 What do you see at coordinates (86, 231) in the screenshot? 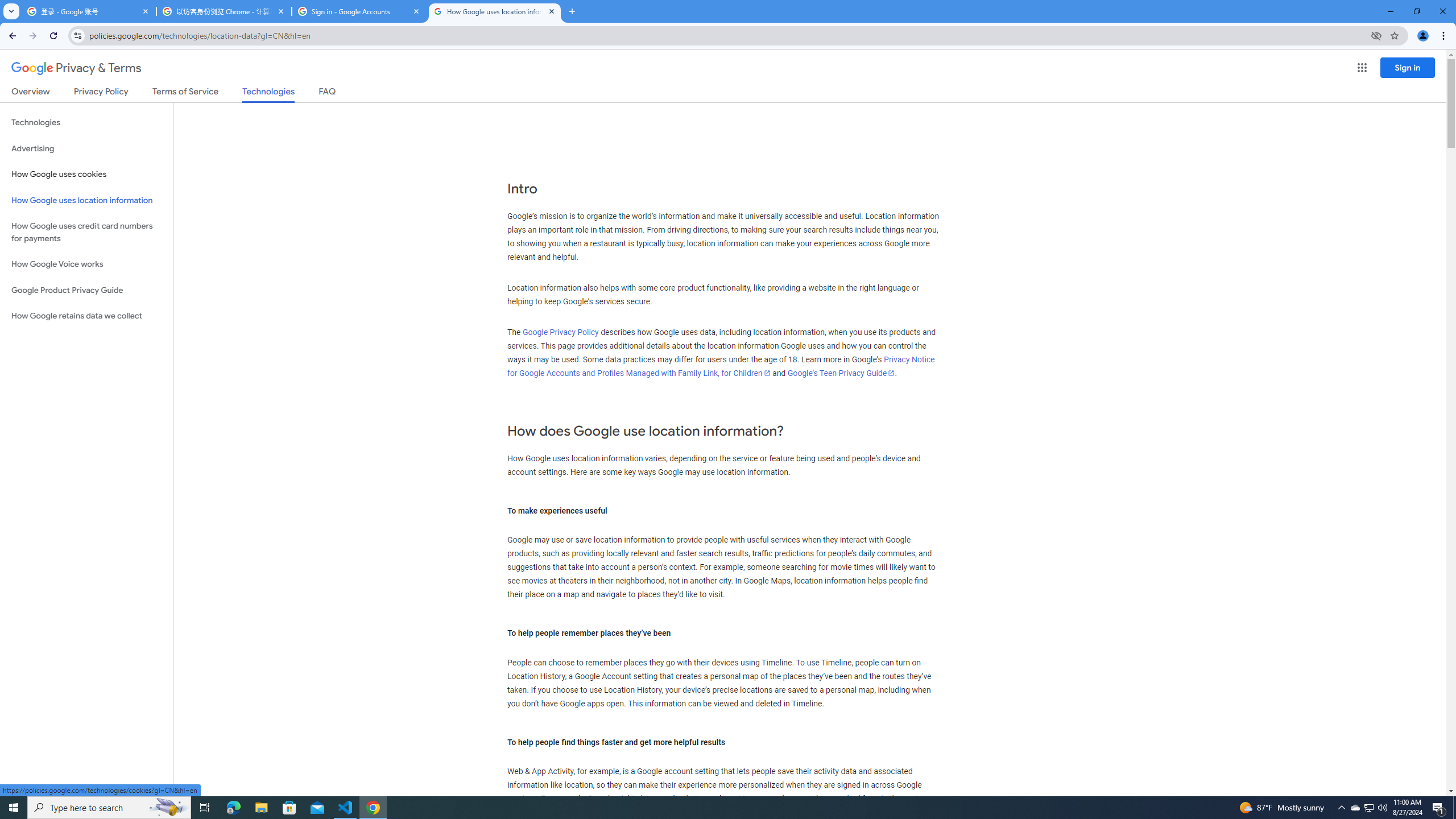
I see `'How Google uses credit card numbers for payments'` at bounding box center [86, 231].